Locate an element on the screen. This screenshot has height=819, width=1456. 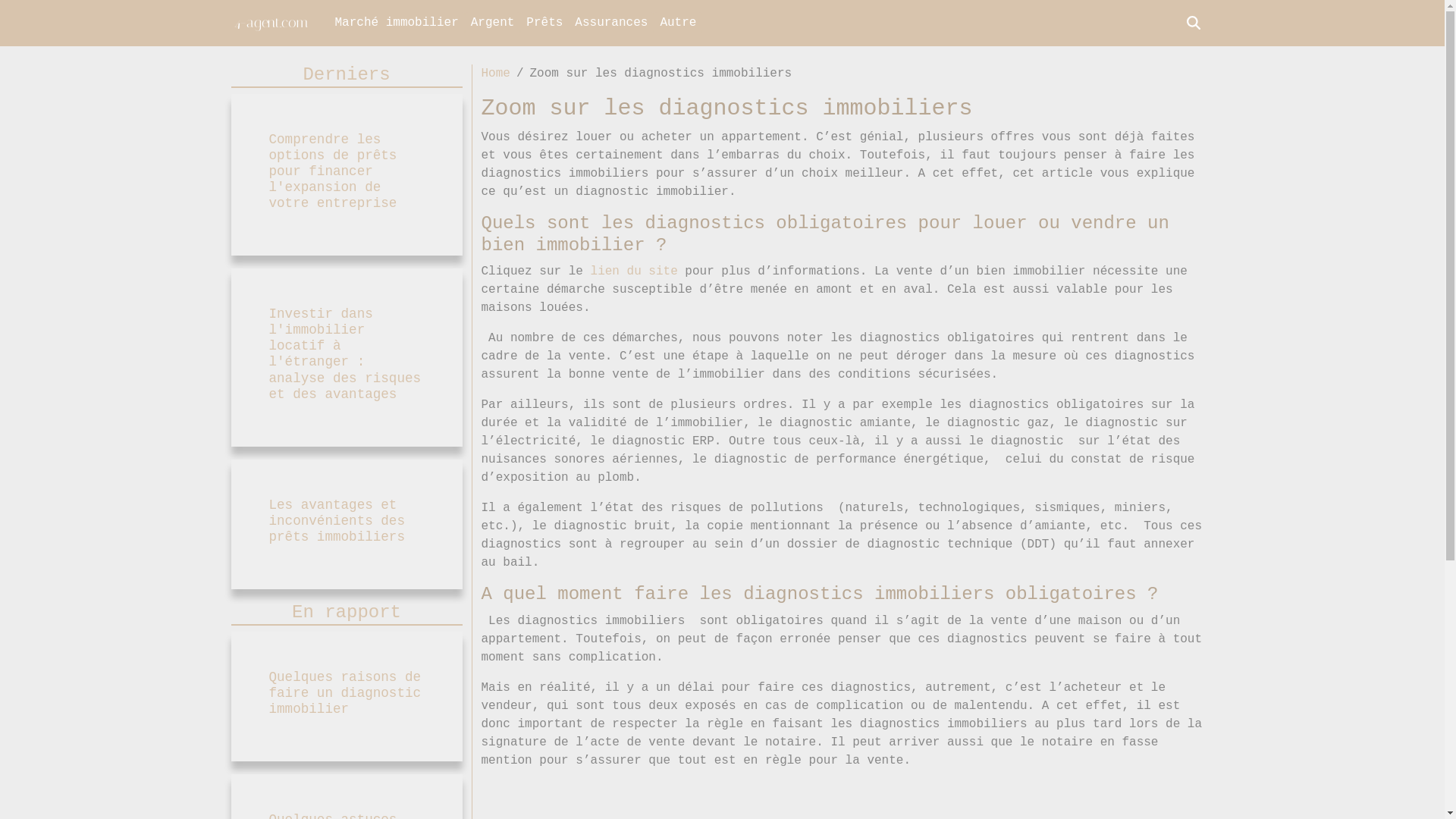
'Autre' is located at coordinates (676, 23).